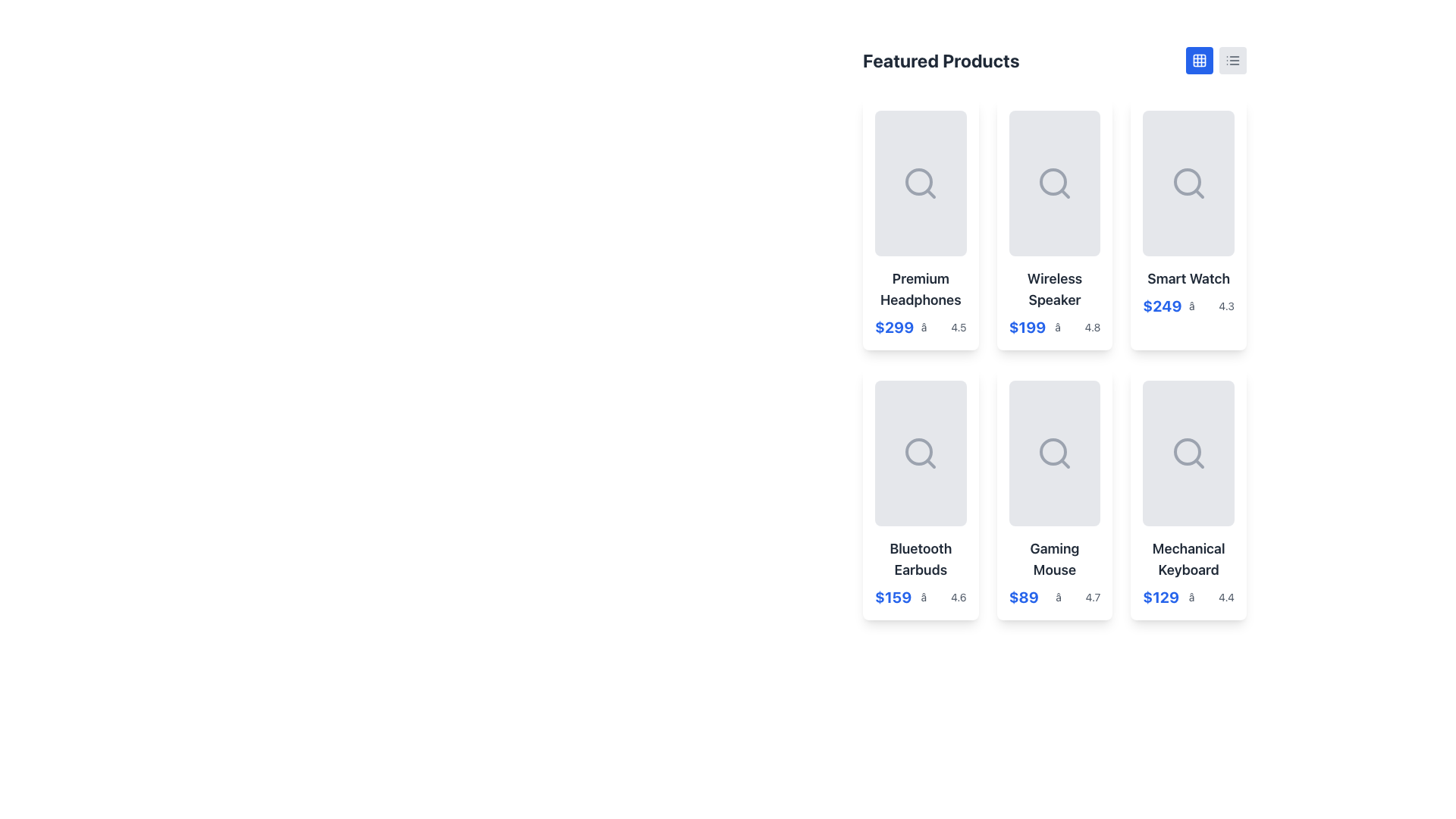 The height and width of the screenshot is (819, 1456). Describe the element at coordinates (1188, 183) in the screenshot. I see `the magnifying glass icon located in the top-right card of the grid layout` at that location.